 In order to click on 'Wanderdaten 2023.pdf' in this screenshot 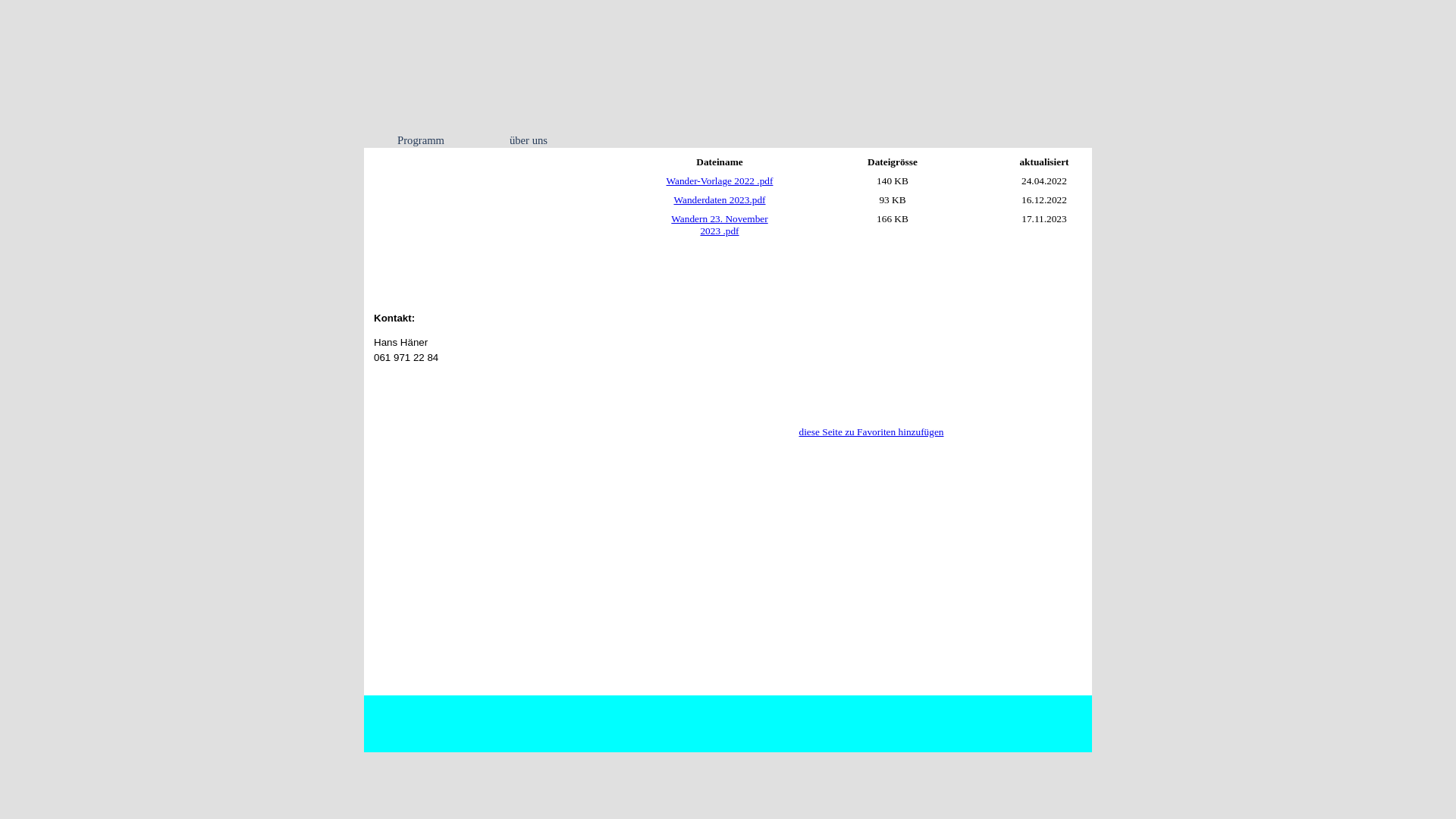, I will do `click(718, 199)`.